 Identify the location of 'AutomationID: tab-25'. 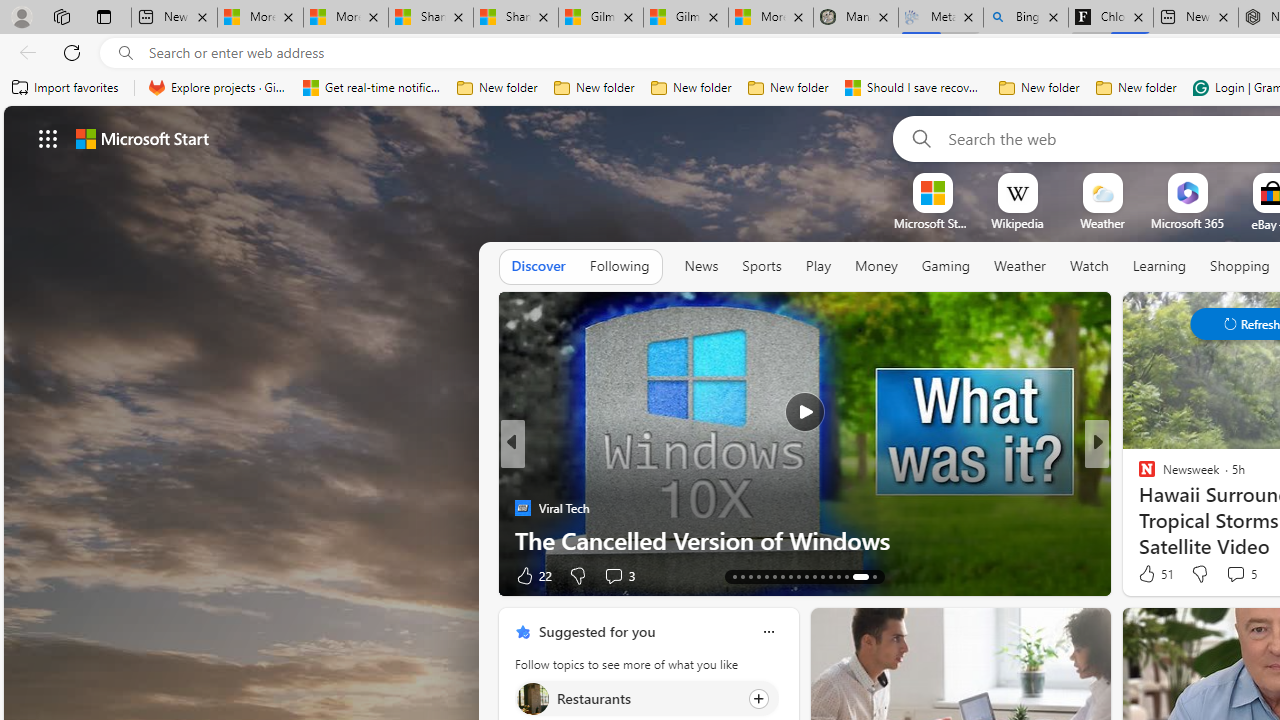
(797, 577).